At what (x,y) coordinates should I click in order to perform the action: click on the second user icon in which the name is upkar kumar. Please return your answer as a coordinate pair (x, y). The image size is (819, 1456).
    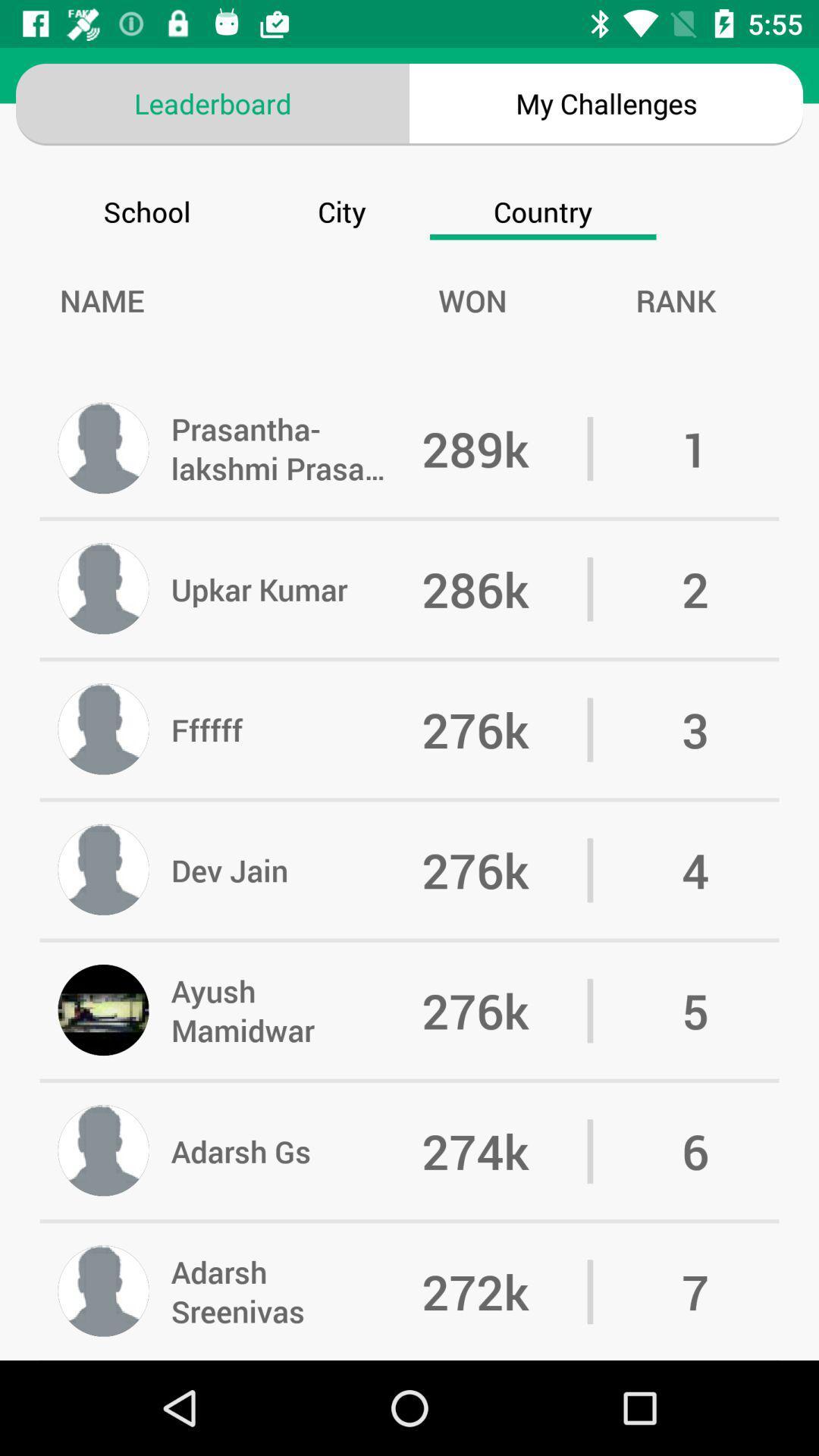
    Looking at the image, I should click on (103, 588).